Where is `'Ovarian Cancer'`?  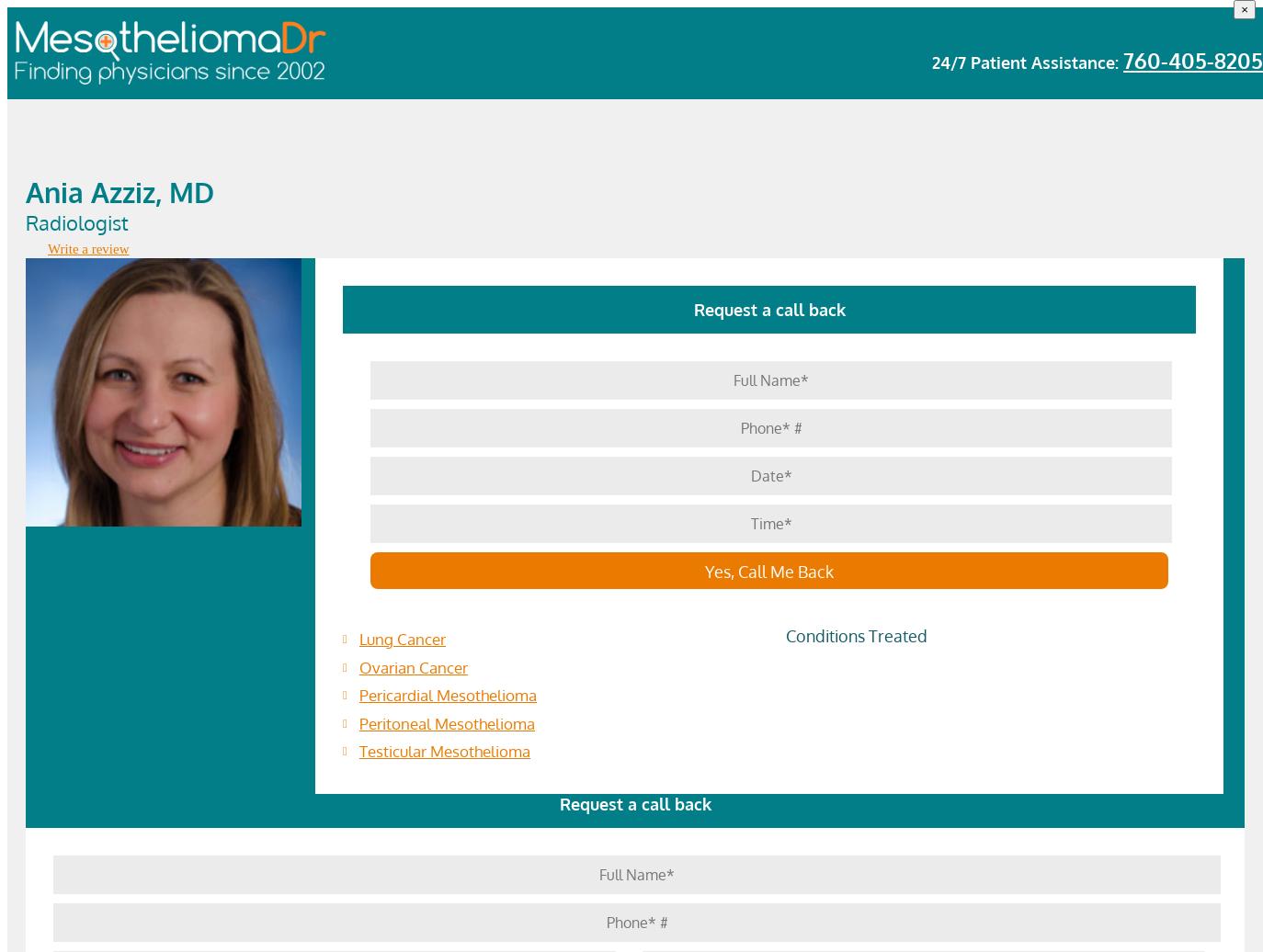 'Ovarian Cancer' is located at coordinates (413, 666).